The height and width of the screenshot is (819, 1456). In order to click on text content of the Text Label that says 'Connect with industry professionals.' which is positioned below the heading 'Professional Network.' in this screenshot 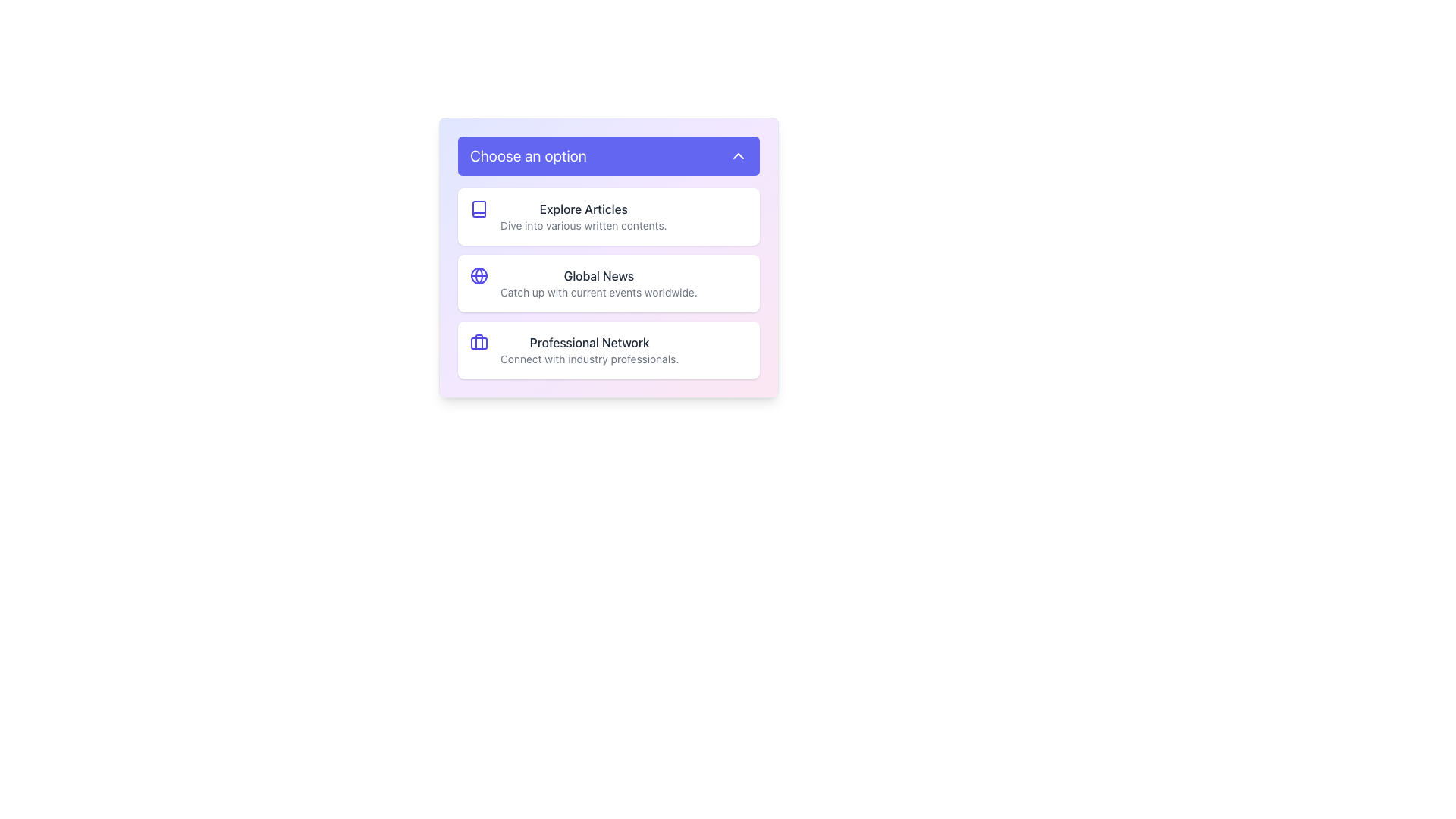, I will do `click(588, 359)`.